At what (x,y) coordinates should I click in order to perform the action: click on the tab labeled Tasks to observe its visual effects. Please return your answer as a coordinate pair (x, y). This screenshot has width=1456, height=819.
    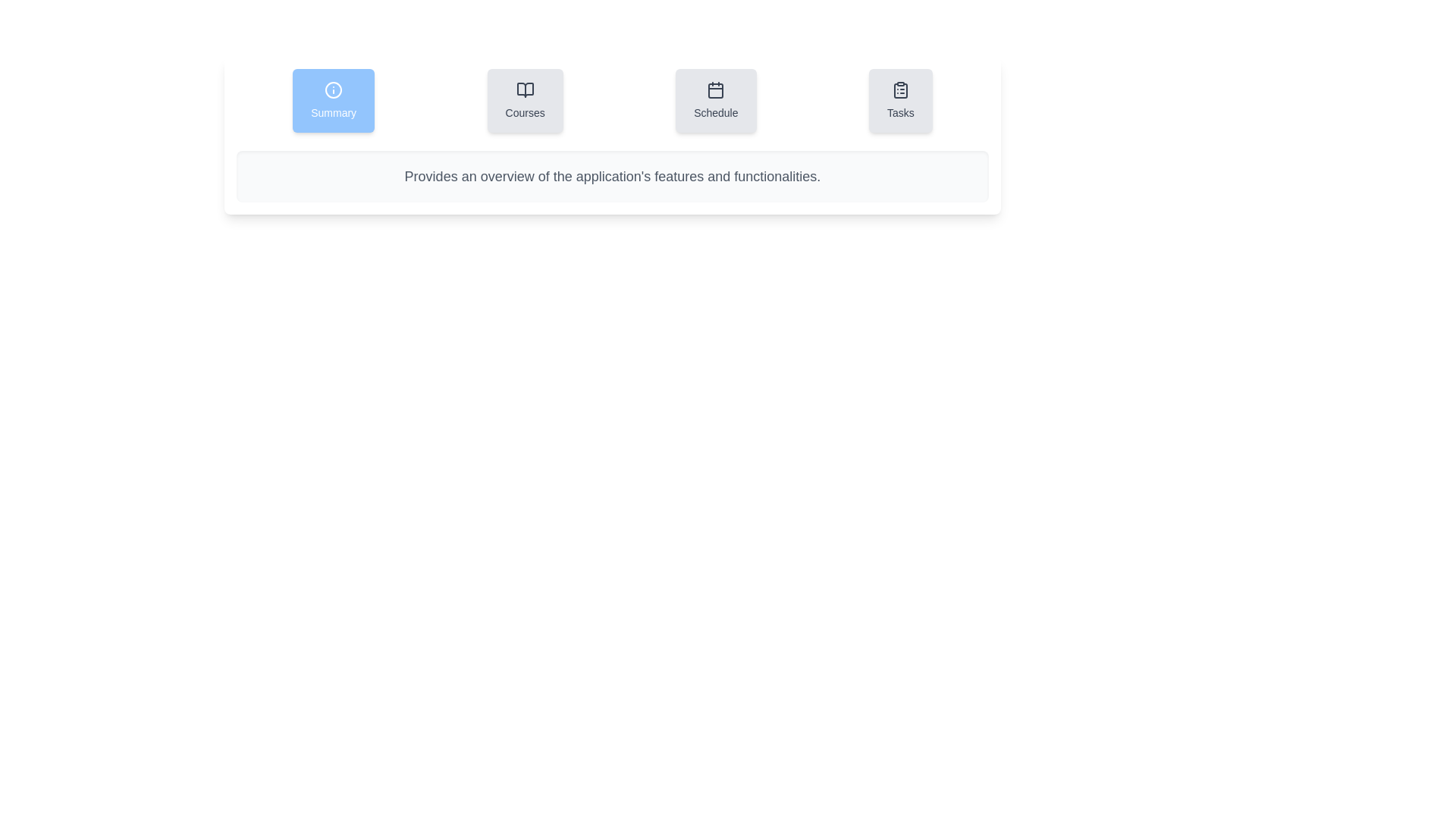
    Looking at the image, I should click on (901, 100).